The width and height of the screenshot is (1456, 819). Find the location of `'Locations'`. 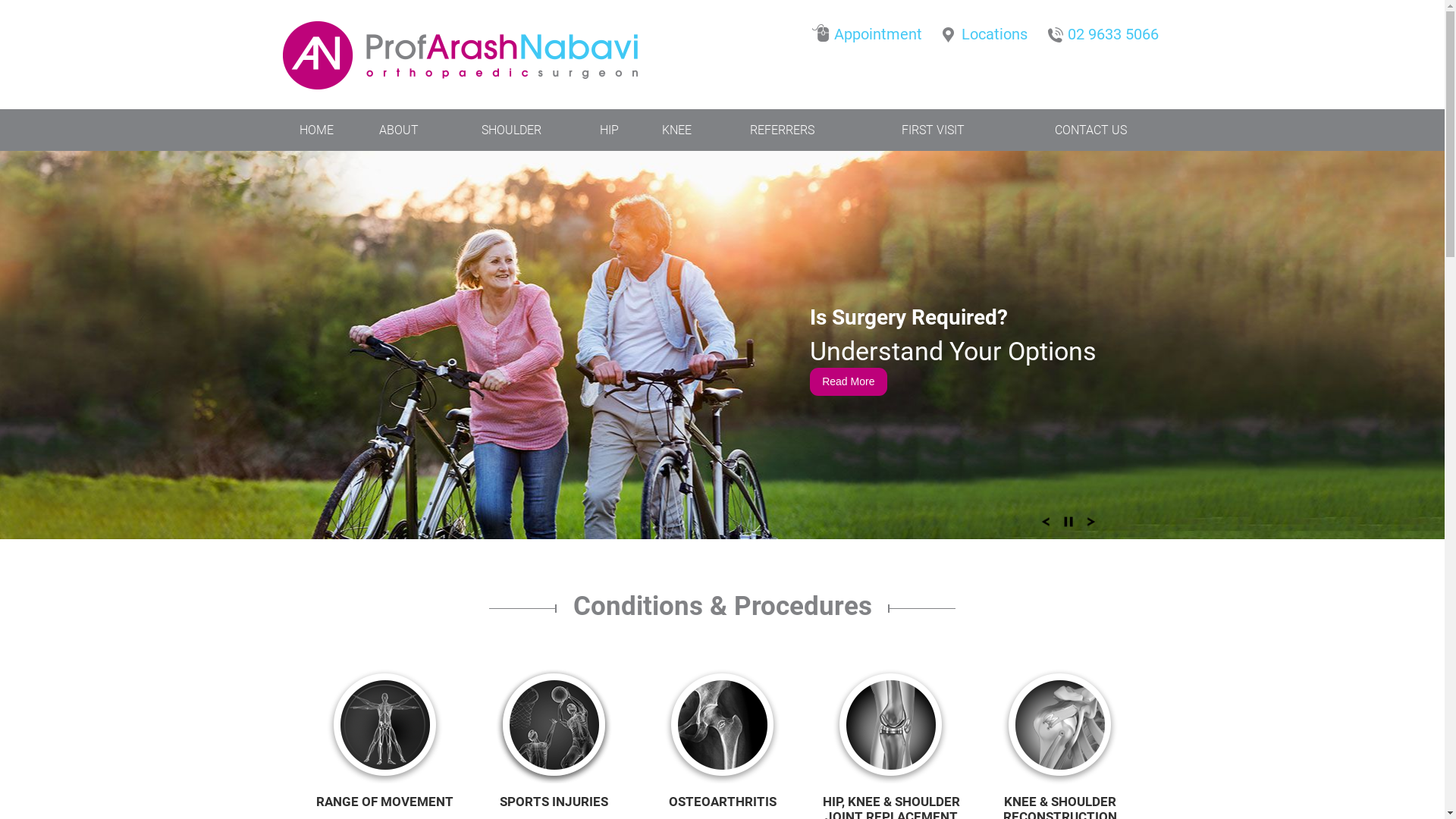

'Locations' is located at coordinates (987, 30).